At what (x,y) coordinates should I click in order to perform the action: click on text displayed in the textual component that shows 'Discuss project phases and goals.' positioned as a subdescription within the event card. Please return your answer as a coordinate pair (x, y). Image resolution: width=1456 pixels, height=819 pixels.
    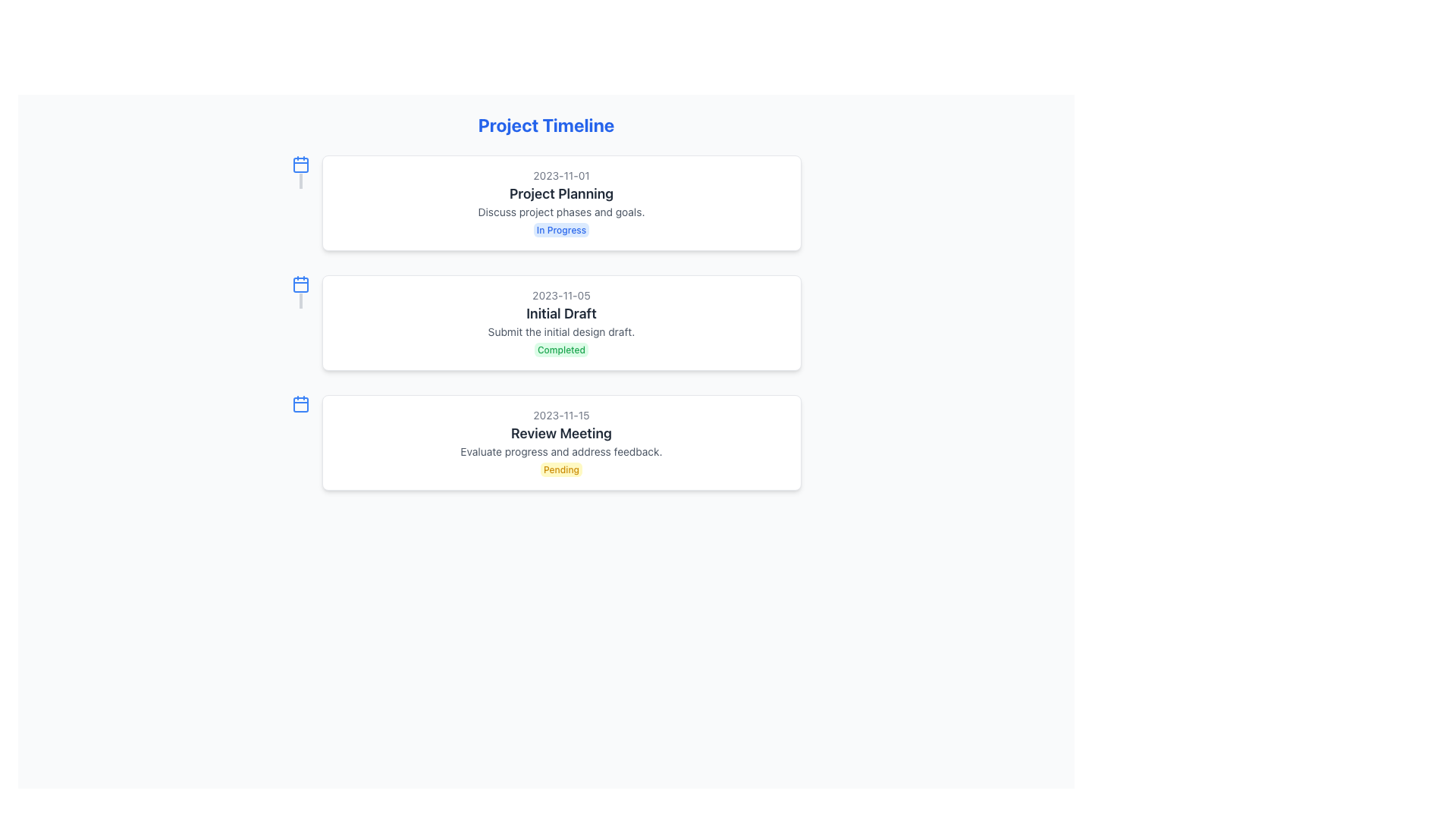
    Looking at the image, I should click on (560, 212).